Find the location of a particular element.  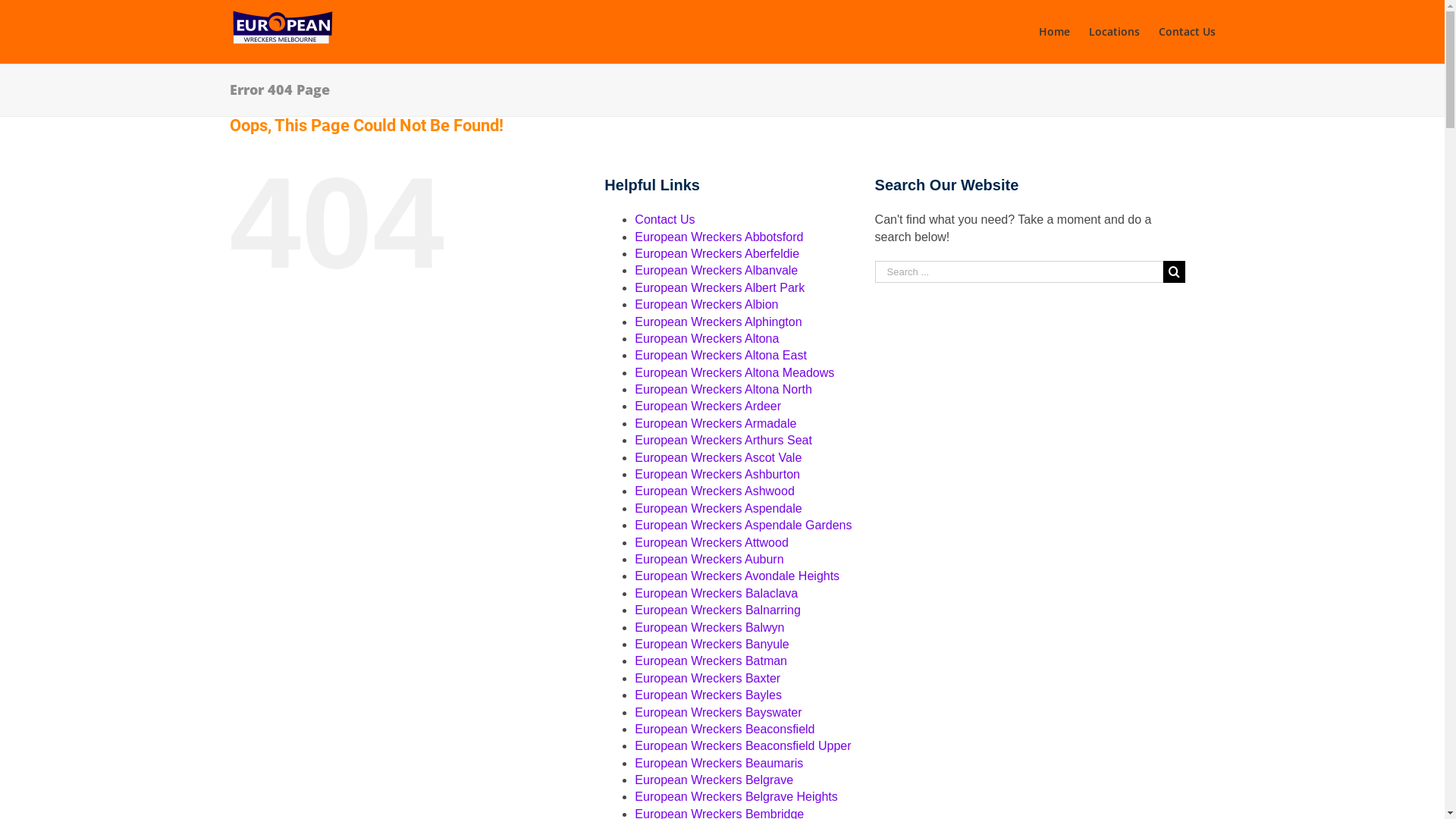

'European Wreckers Altona Meadows' is located at coordinates (634, 372).